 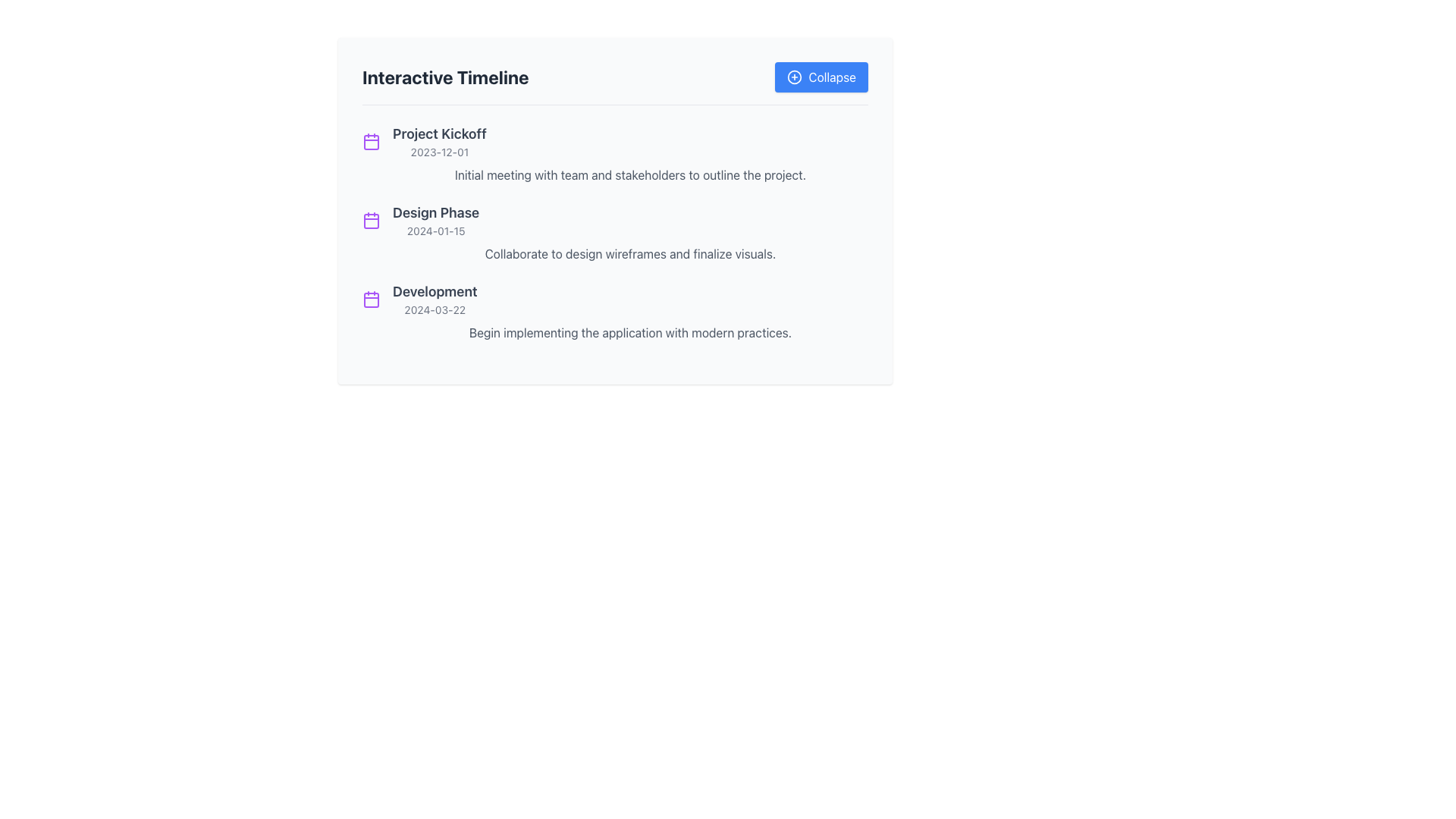 I want to click on the circular icon with a blue plus sign, which is located to the left of the 'Collapse' button in the top-right corner of the 'Interactive Timeline' section, so click(x=794, y=77).